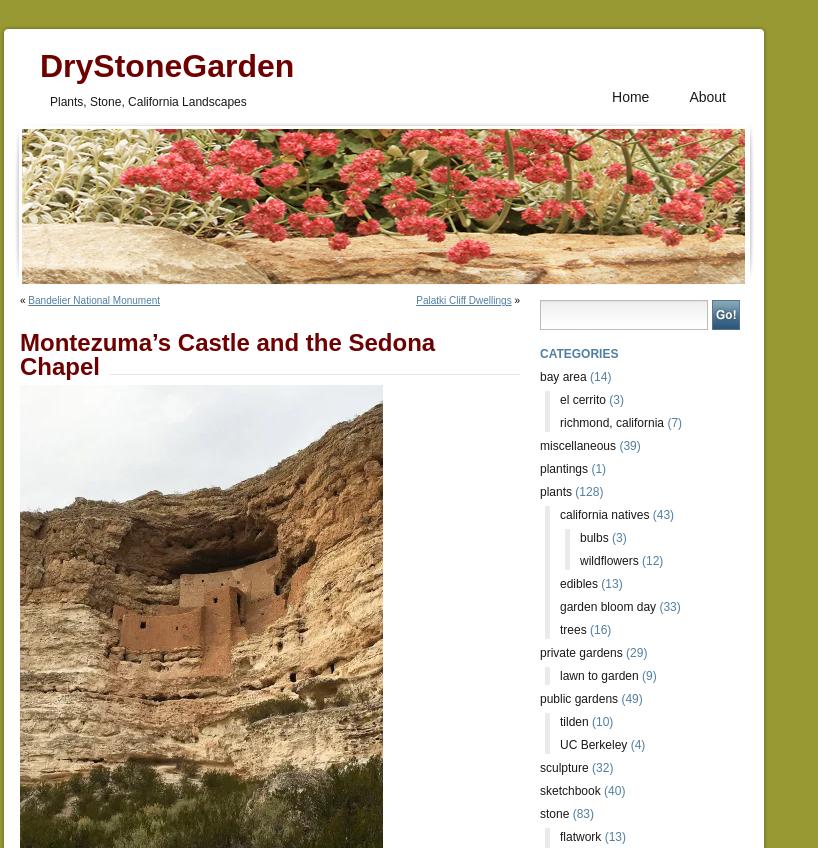 The height and width of the screenshot is (848, 818). What do you see at coordinates (595, 468) in the screenshot?
I see `'(1)'` at bounding box center [595, 468].